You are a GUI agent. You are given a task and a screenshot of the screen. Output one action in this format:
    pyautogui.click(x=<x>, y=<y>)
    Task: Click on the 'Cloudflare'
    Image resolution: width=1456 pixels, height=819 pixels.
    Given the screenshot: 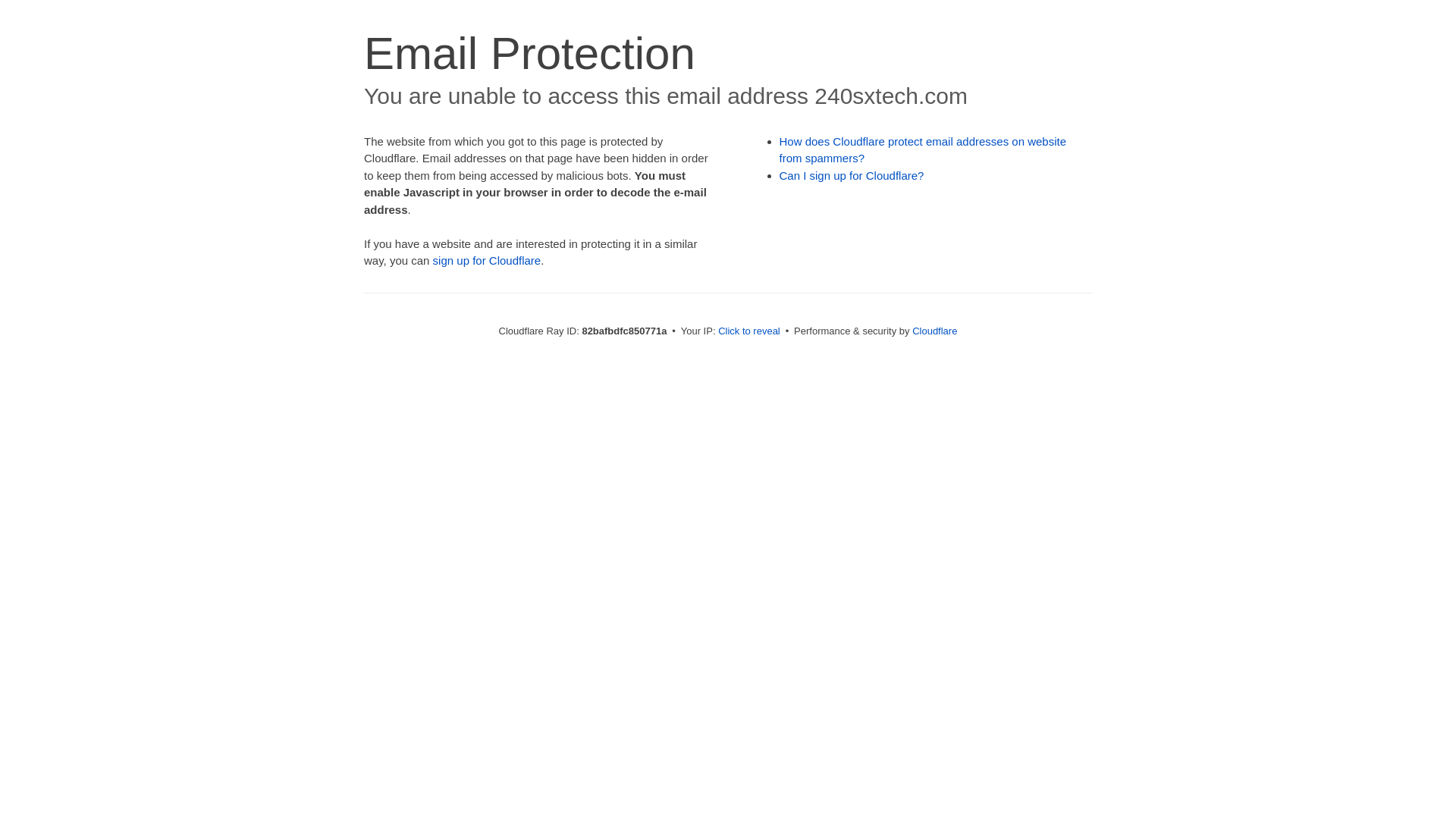 What is the action you would take?
    pyautogui.click(x=912, y=330)
    